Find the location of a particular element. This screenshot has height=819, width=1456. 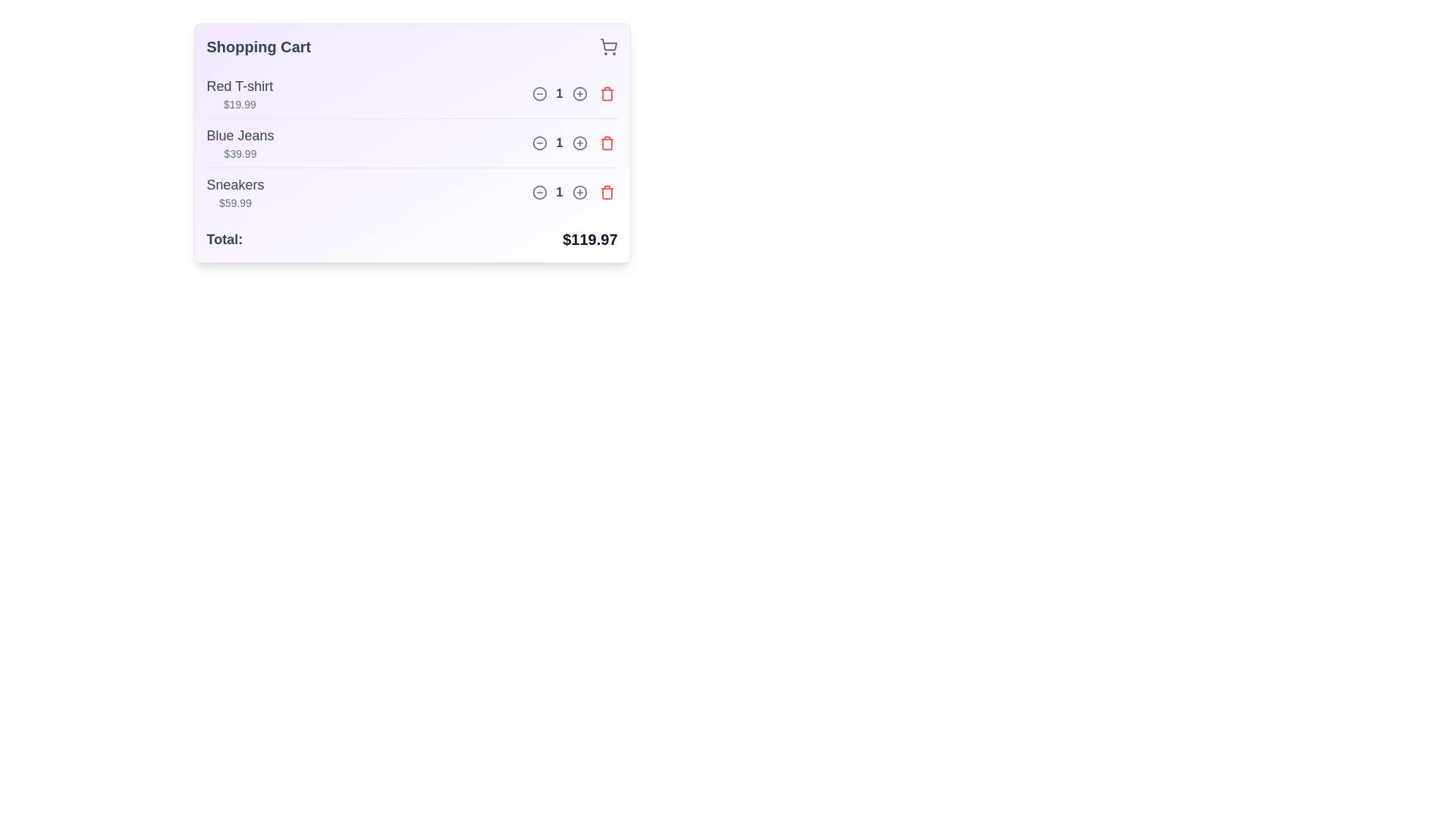

the static text element displaying the current quantity of a product in the shopping cart, which is centrally located between the decrement and increment buttons is located at coordinates (559, 143).